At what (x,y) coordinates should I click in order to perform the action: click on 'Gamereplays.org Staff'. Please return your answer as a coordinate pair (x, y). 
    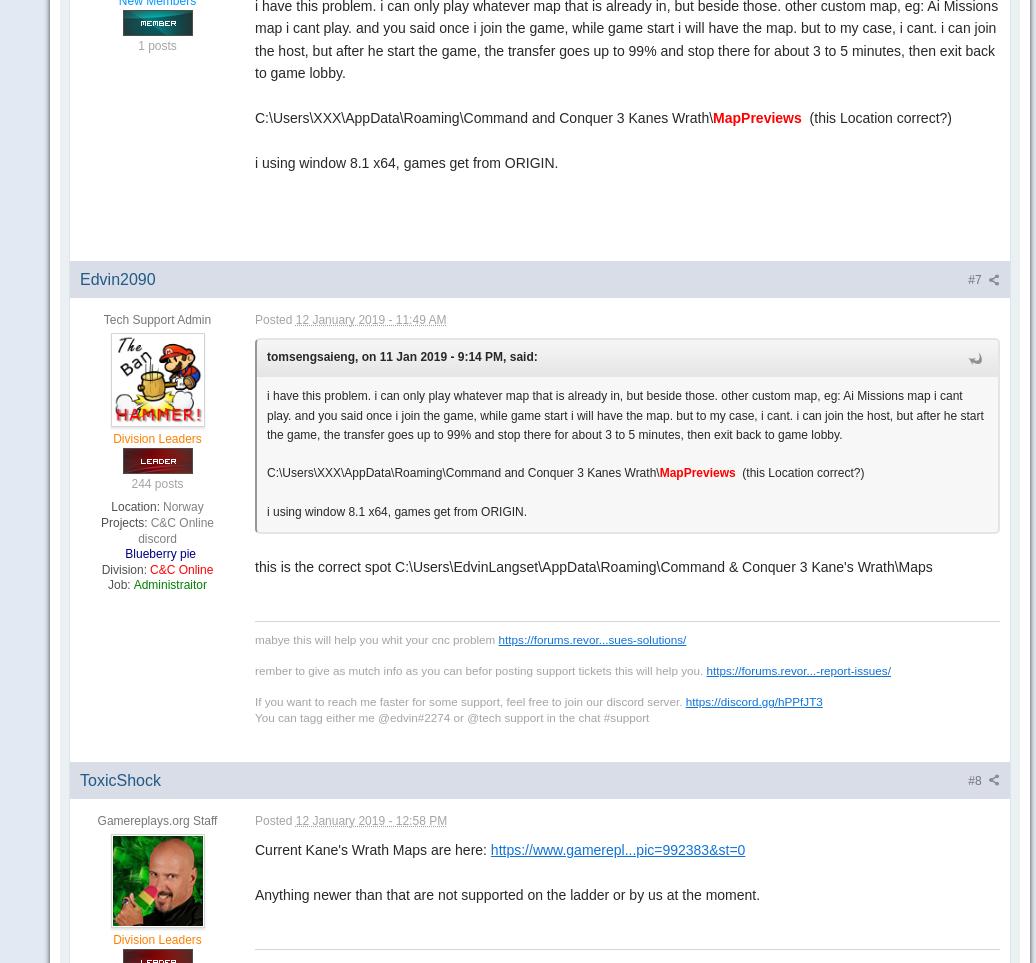
    Looking at the image, I should click on (96, 818).